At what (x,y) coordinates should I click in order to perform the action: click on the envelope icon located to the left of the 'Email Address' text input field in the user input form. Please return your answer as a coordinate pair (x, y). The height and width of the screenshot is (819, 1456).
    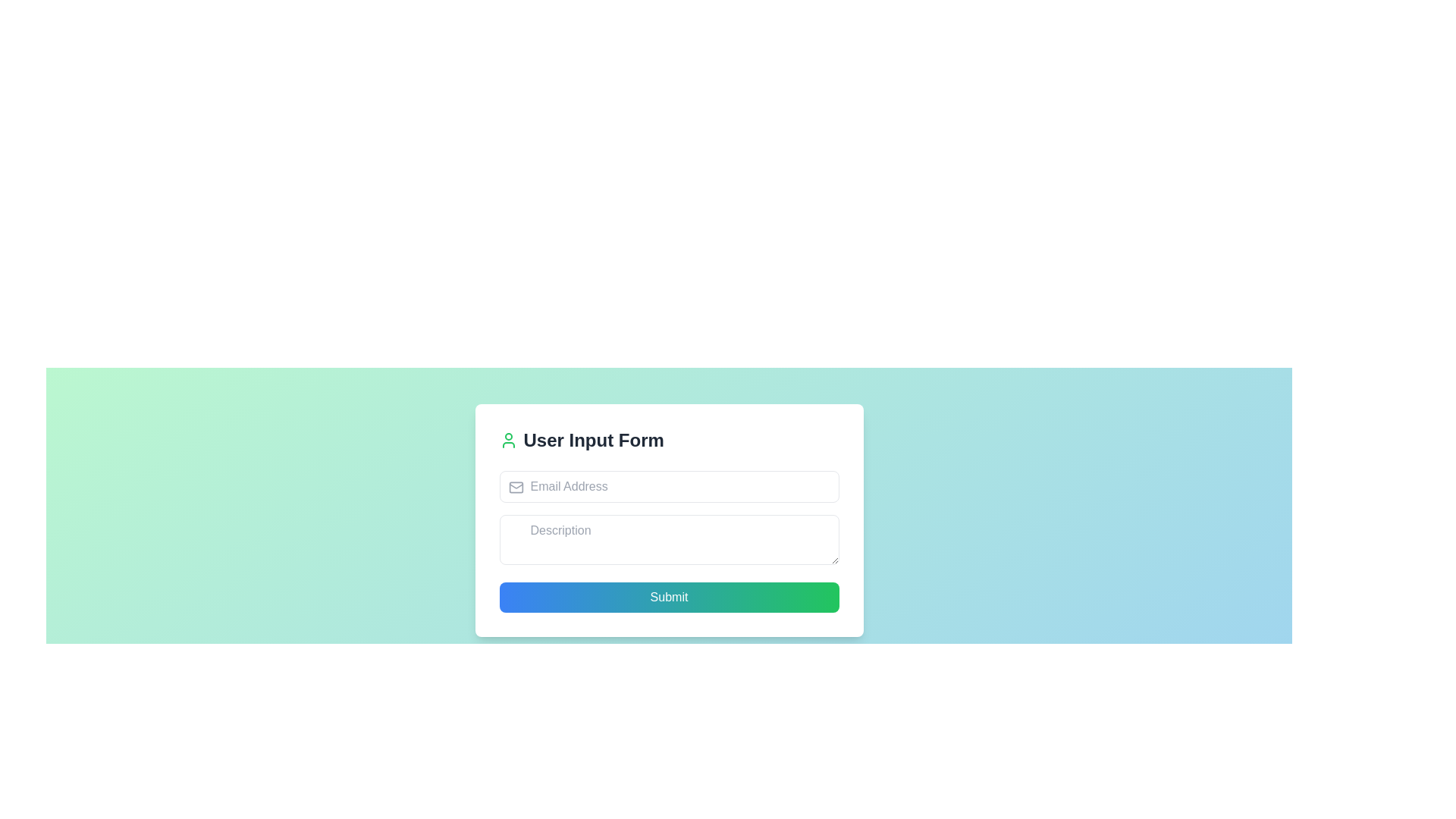
    Looking at the image, I should click on (516, 488).